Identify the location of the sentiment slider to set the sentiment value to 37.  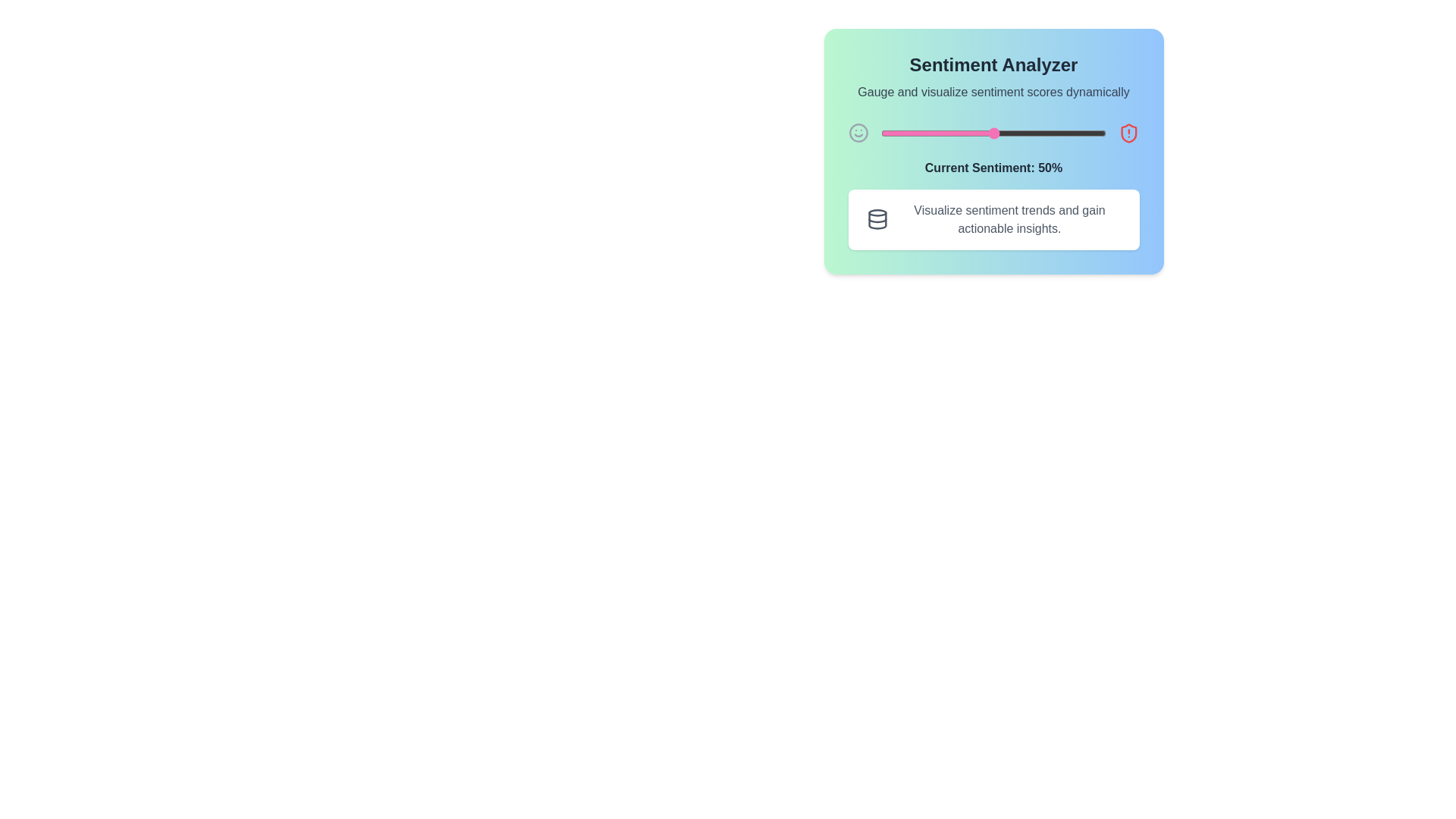
(964, 133).